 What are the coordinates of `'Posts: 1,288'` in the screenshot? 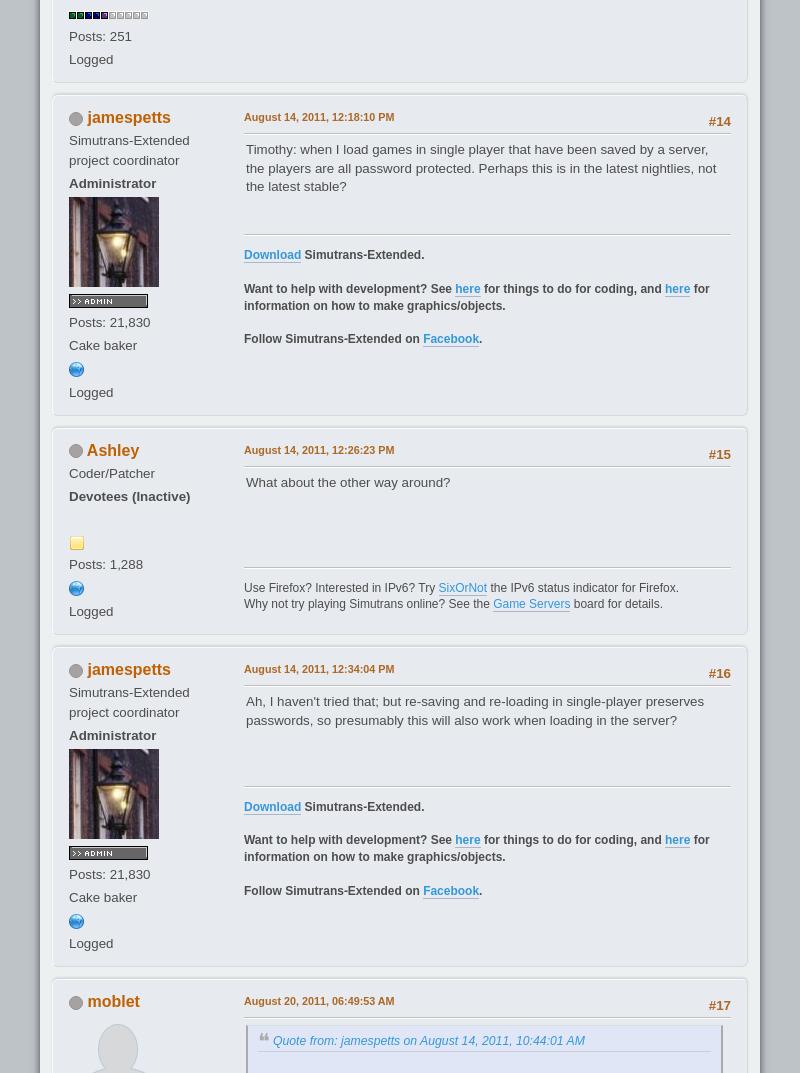 It's located at (105, 564).